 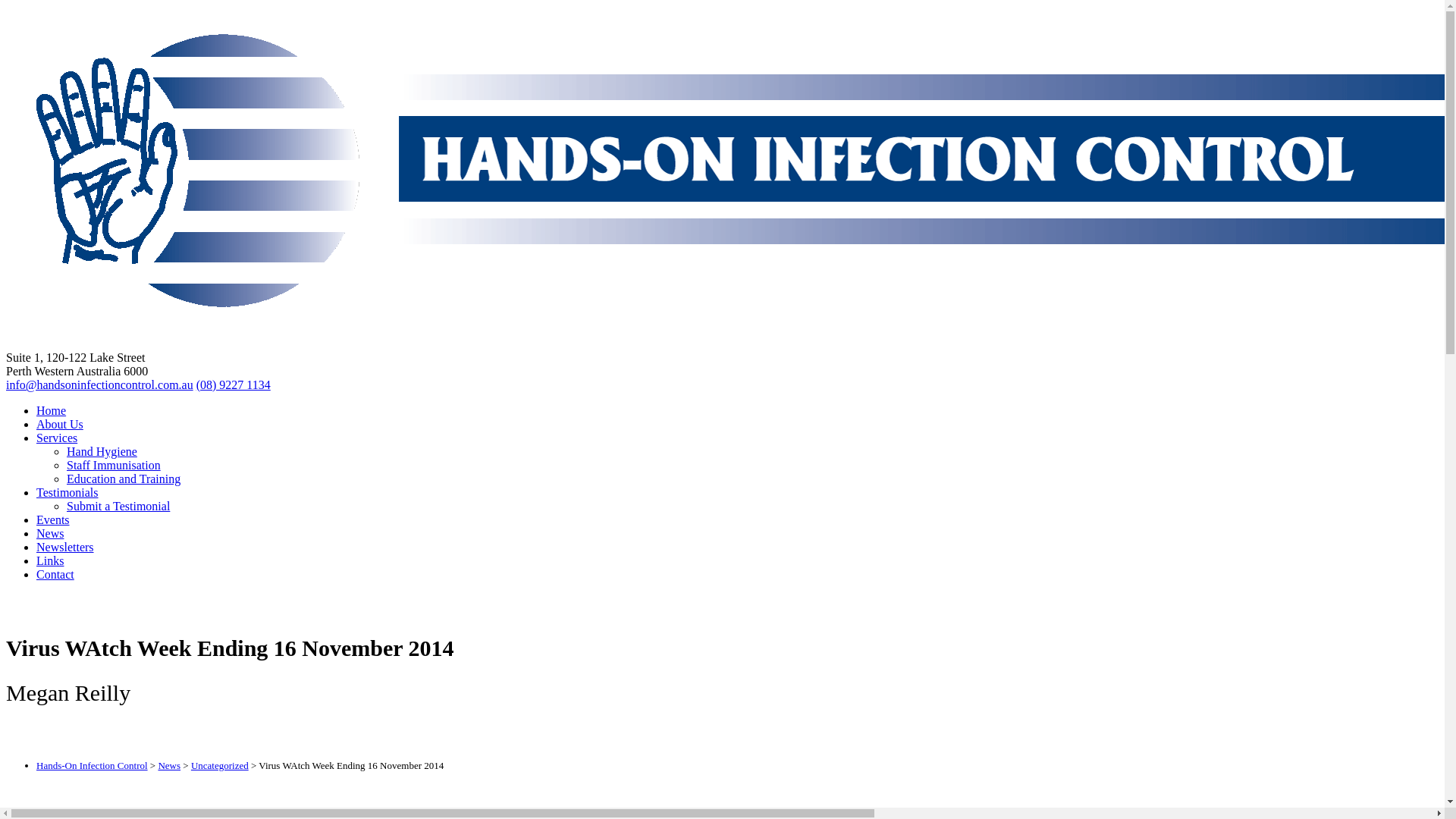 I want to click on 'Contact', so click(x=55, y=574).